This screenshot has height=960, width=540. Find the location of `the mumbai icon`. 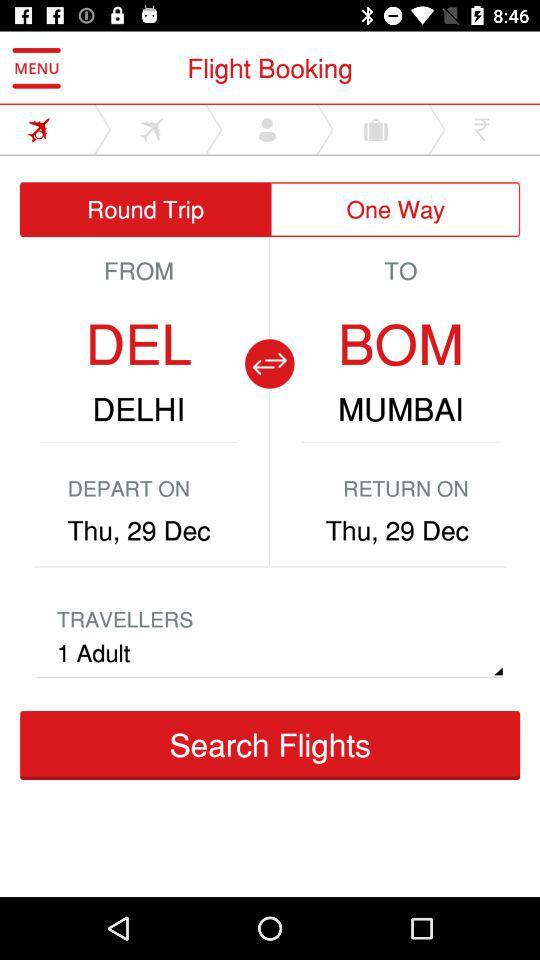

the mumbai icon is located at coordinates (400, 408).